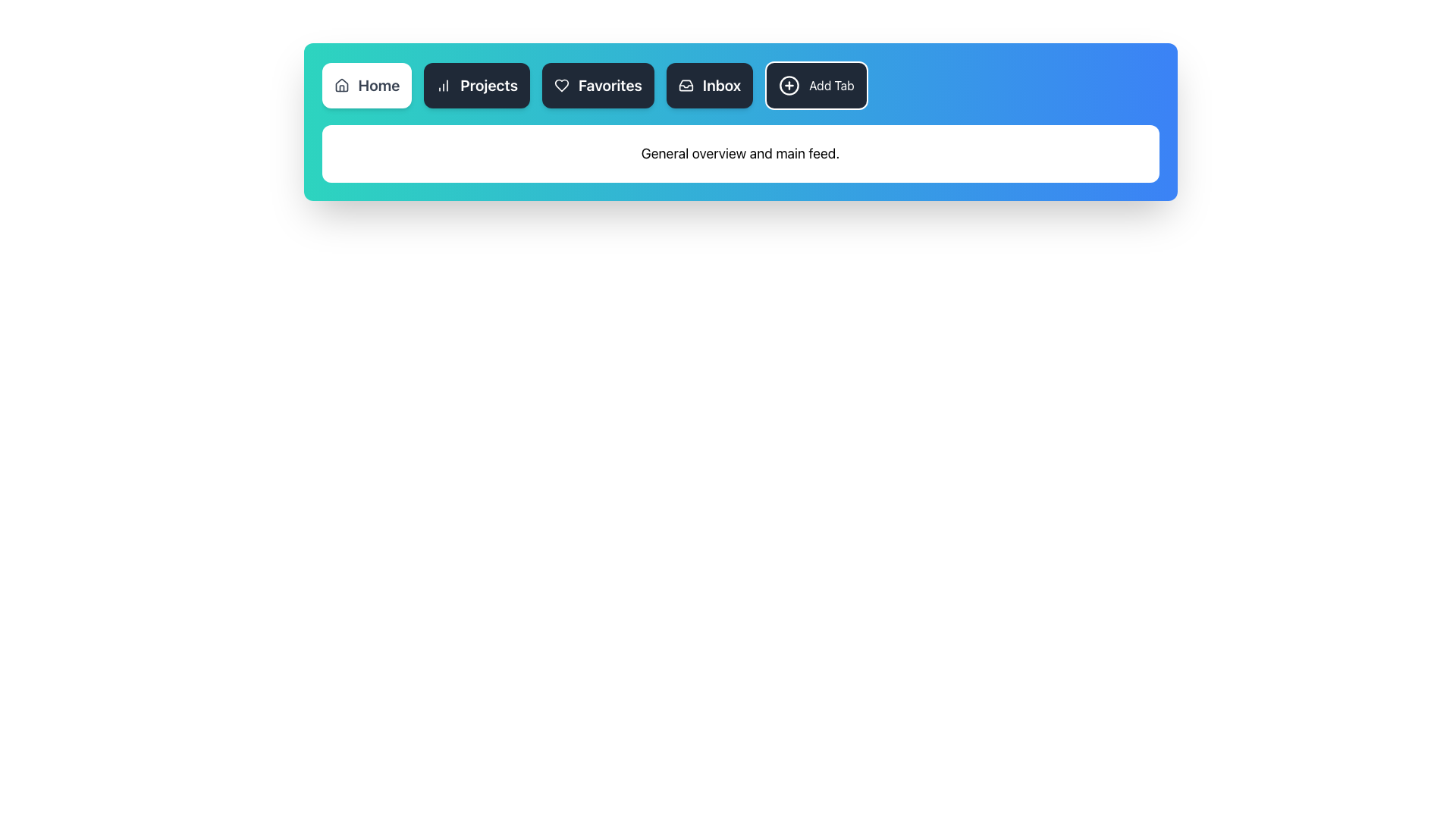 This screenshot has width=1456, height=819. Describe the element at coordinates (709, 85) in the screenshot. I see `the navigation button located in the fourth position of the horizontal menu bar` at that location.